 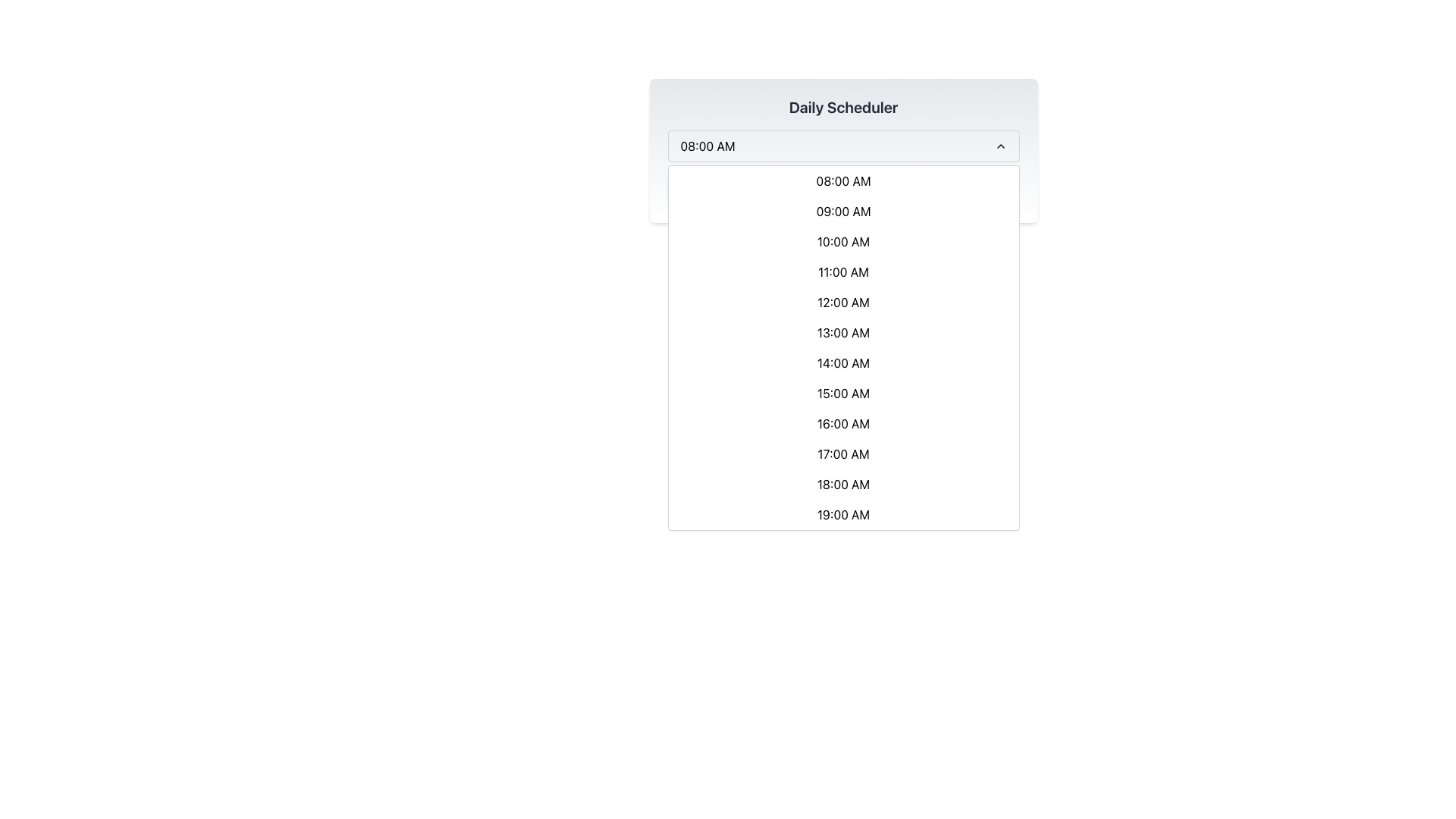 What do you see at coordinates (843, 107) in the screenshot?
I see `the 'Daily Scheduler' text label, which is a bold, large font element positioned at the top of the panel containing time selection options` at bounding box center [843, 107].